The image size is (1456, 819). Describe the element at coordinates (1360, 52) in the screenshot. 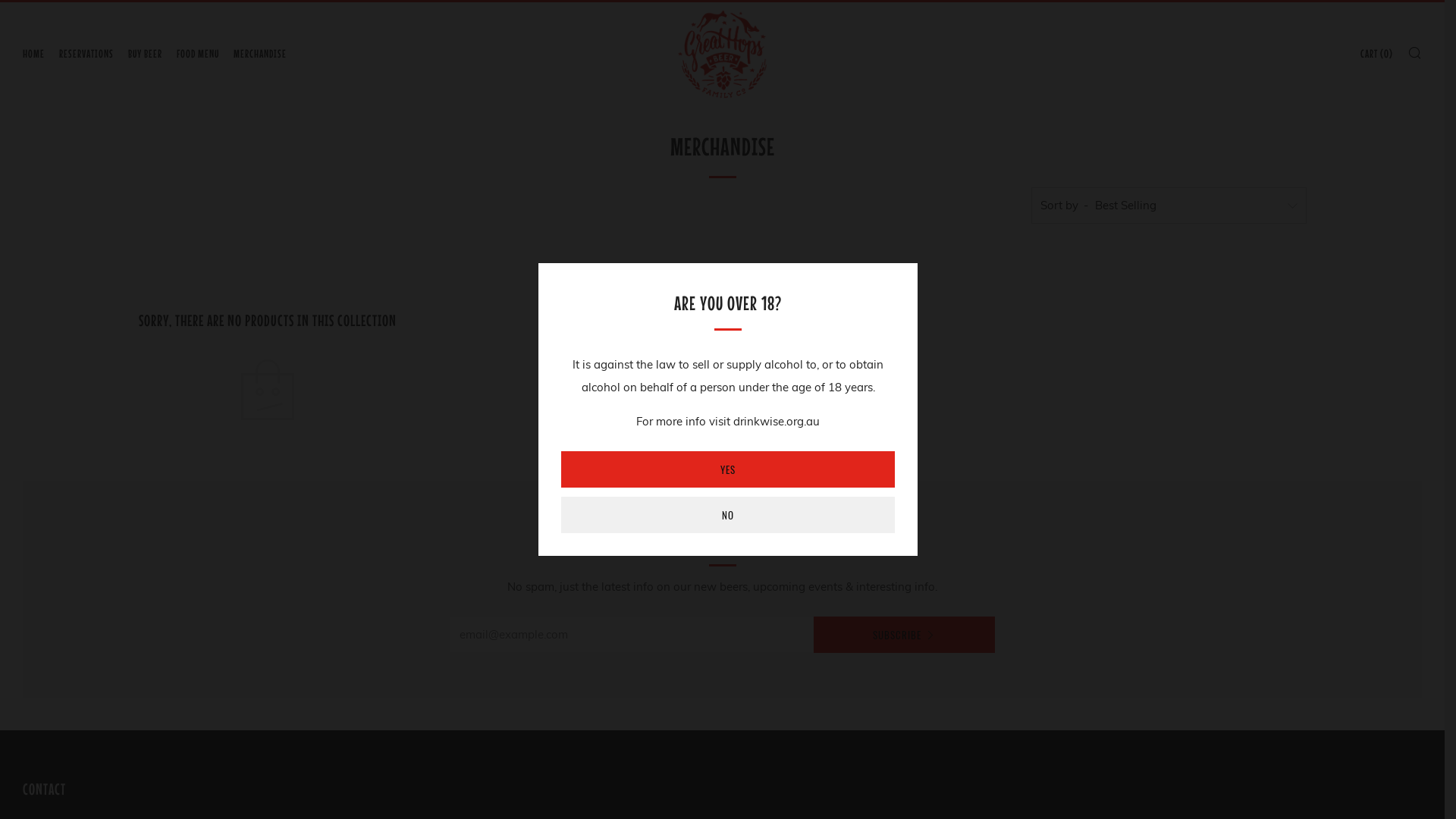

I see `'CART (0)'` at that location.